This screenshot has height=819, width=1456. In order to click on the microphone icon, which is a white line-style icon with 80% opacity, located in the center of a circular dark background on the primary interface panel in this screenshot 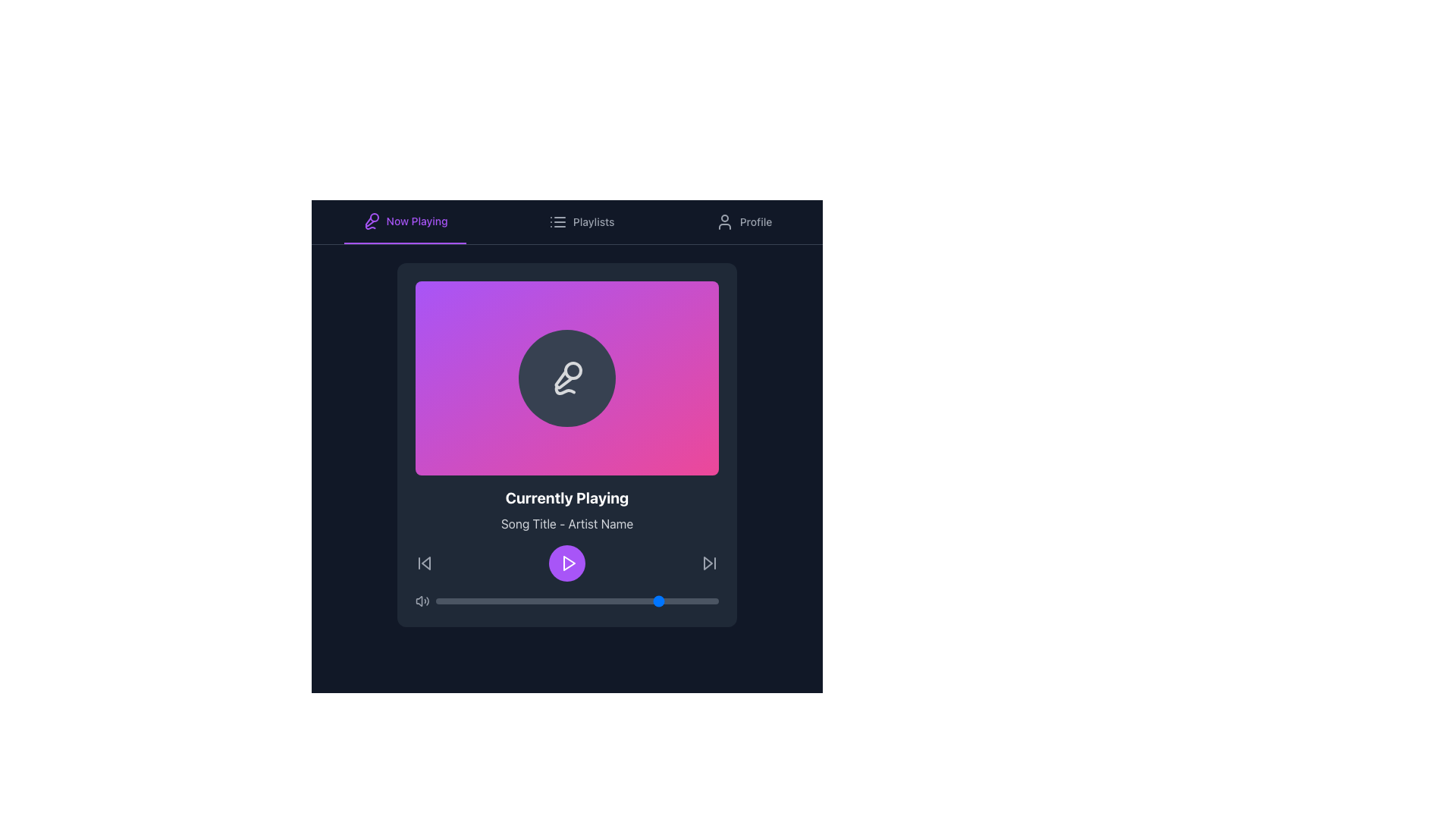, I will do `click(566, 377)`.